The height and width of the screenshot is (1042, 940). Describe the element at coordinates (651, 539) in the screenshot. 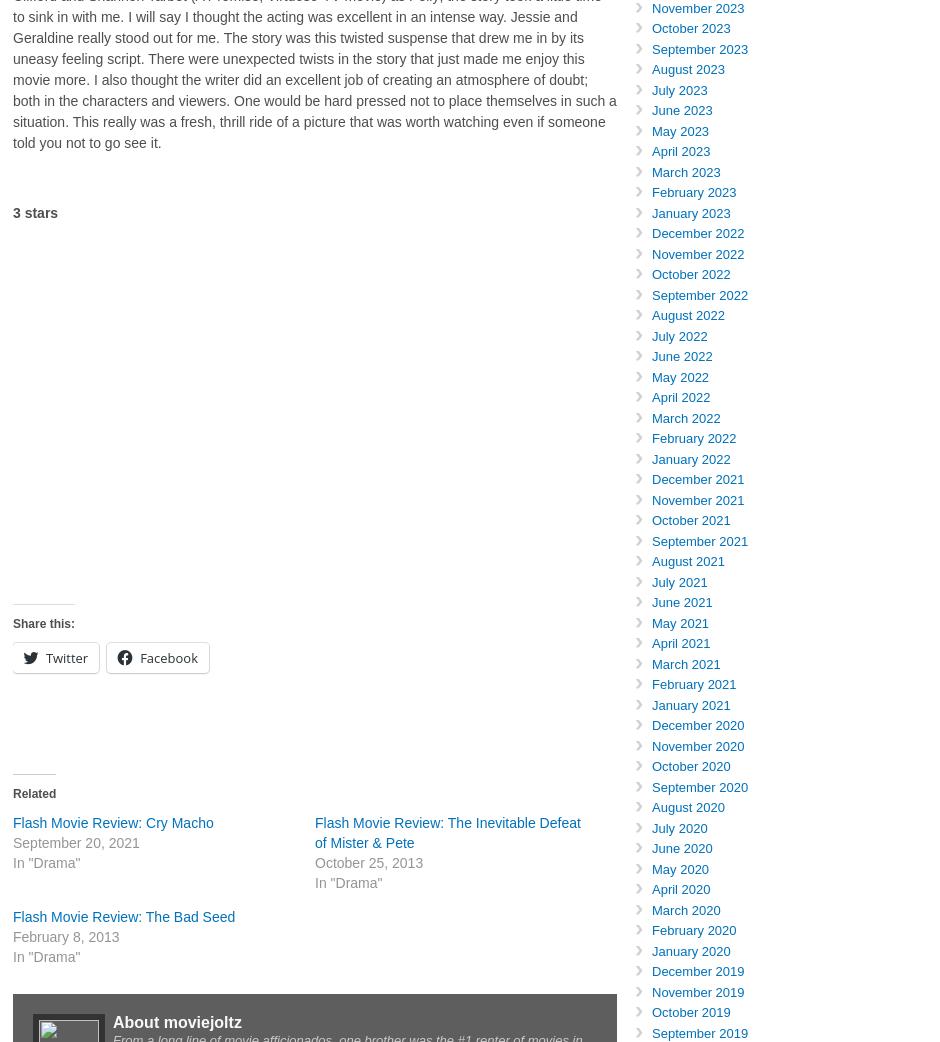

I see `'September 2021'` at that location.